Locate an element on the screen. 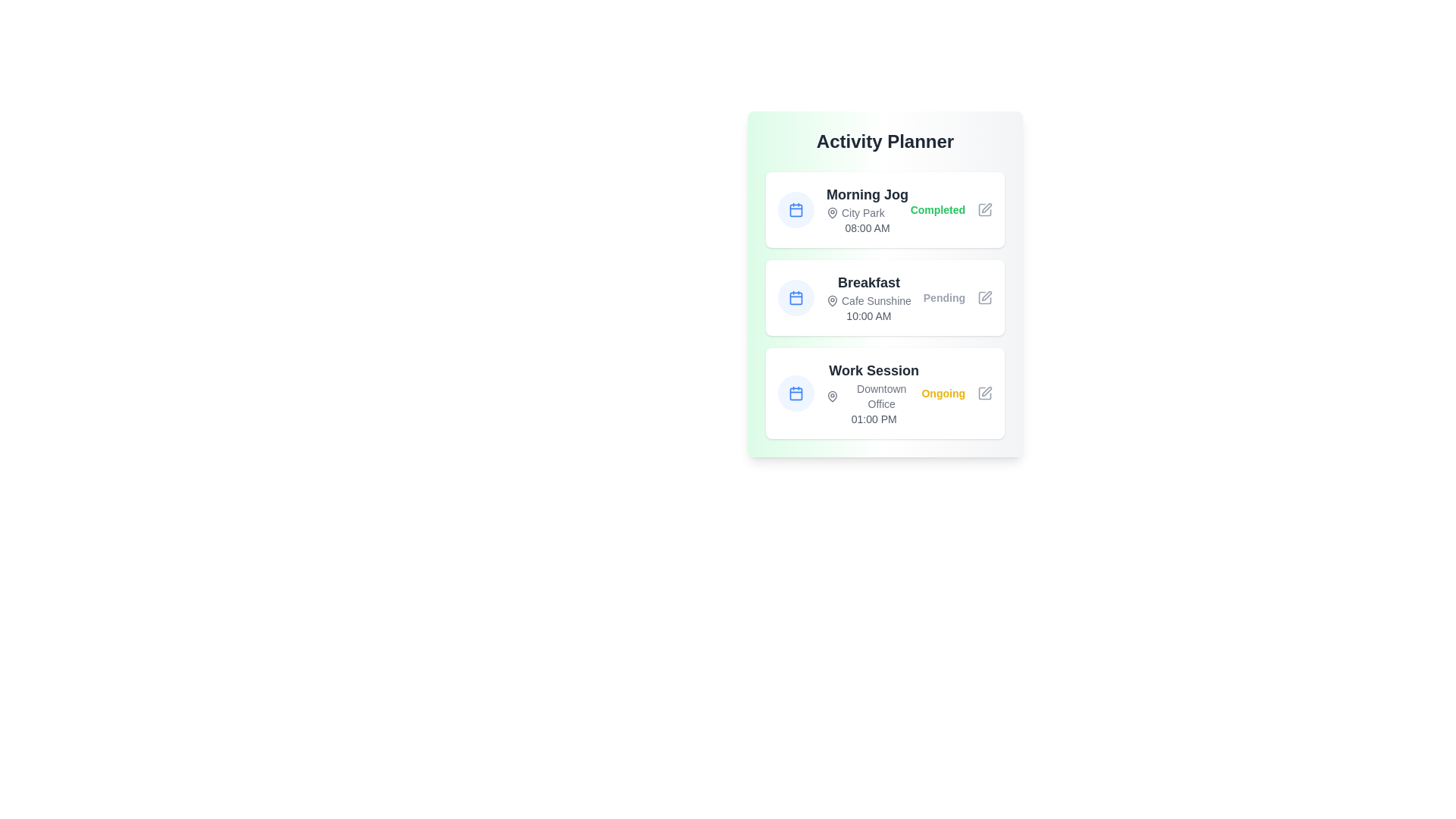  the blue and white calendar icon located at the bottom item of the 'Activity Planner' section, specifically at the top left corner of the 'Work Session' entry is located at coordinates (795, 393).